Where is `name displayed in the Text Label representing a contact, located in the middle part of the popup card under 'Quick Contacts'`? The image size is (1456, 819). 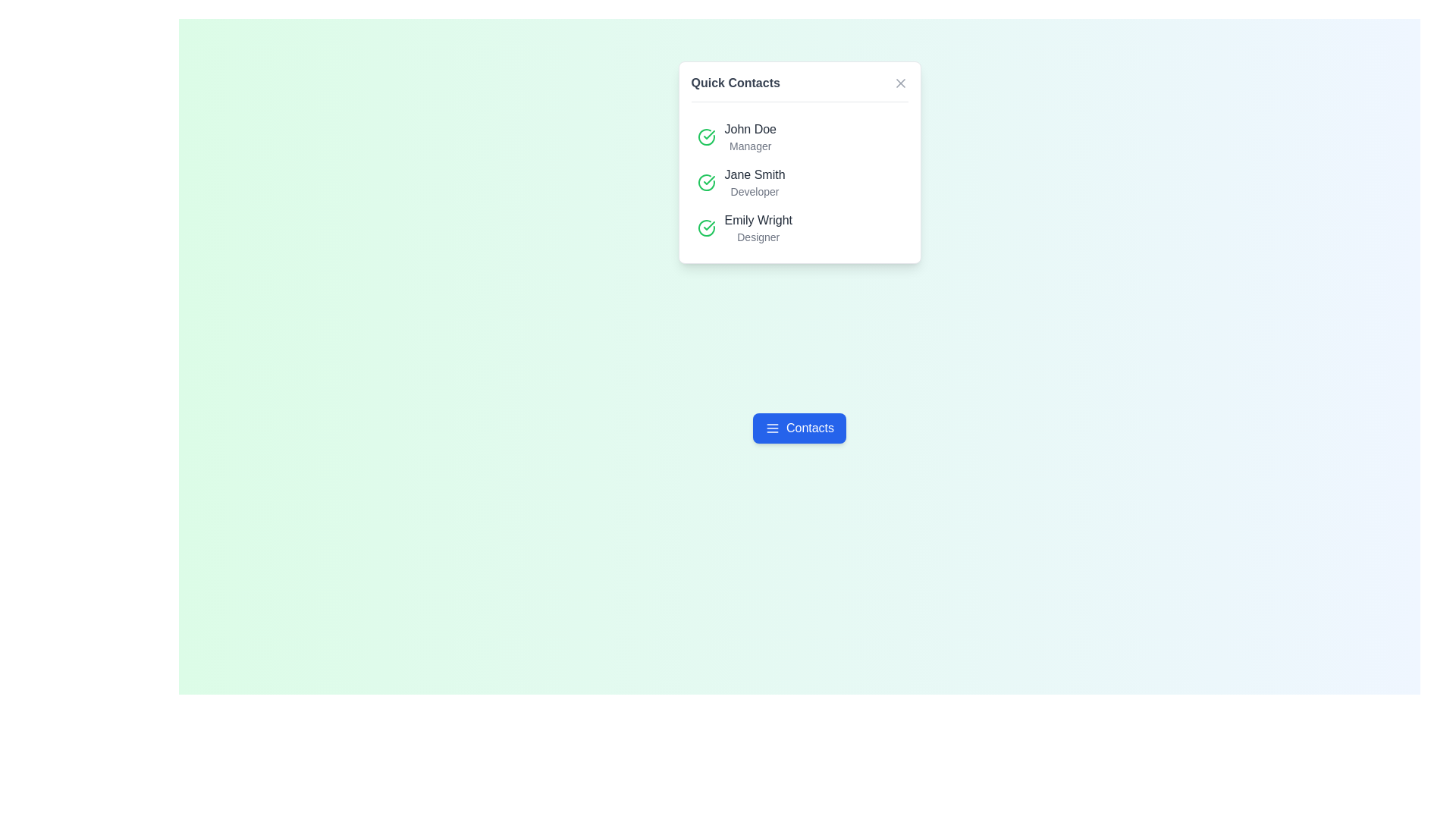
name displayed in the Text Label representing a contact, located in the middle part of the popup card under 'Quick Contacts' is located at coordinates (755, 174).